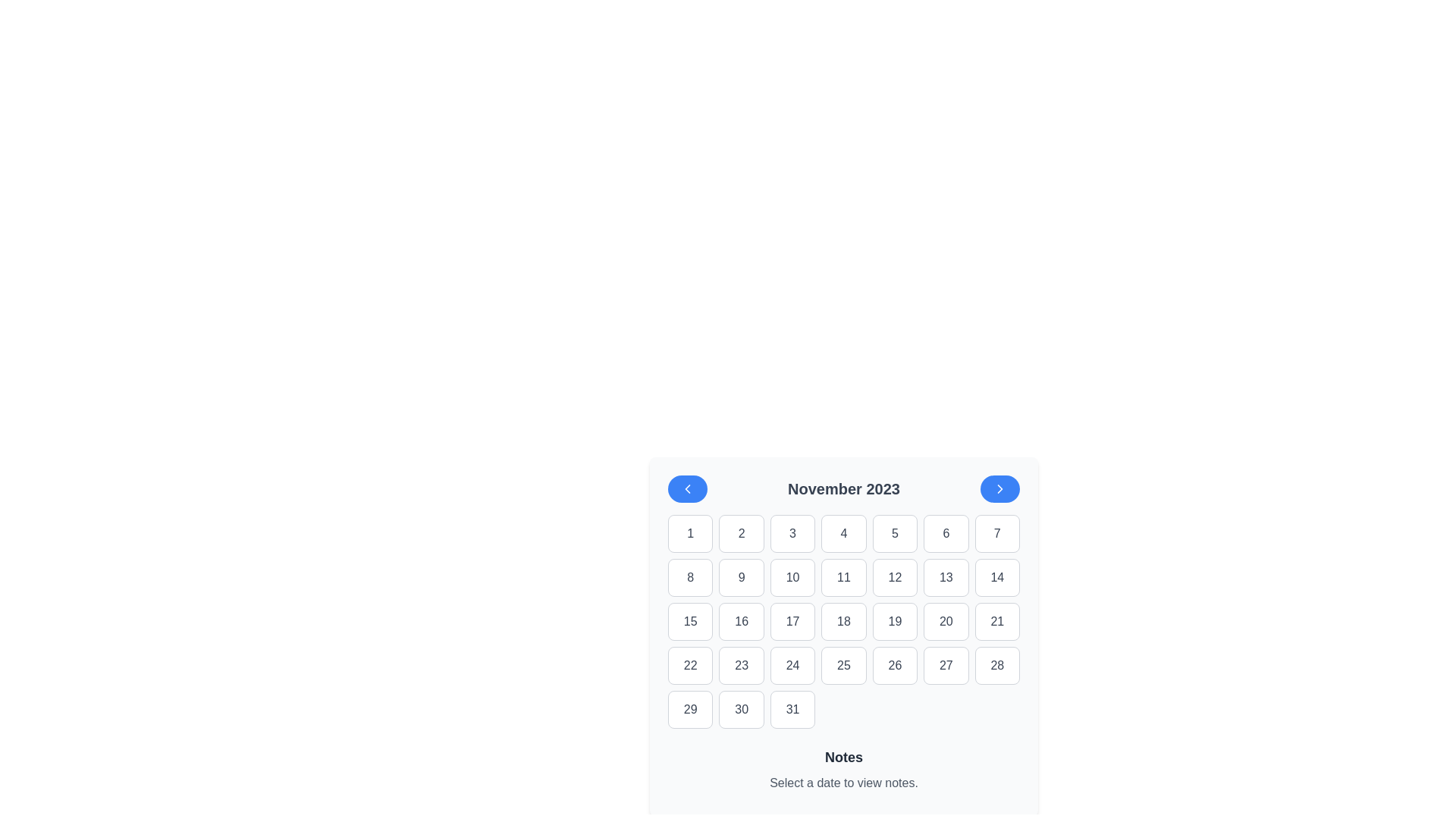  What do you see at coordinates (742, 622) in the screenshot?
I see `the button displaying the number '16' located in the third row, second column of the grid` at bounding box center [742, 622].